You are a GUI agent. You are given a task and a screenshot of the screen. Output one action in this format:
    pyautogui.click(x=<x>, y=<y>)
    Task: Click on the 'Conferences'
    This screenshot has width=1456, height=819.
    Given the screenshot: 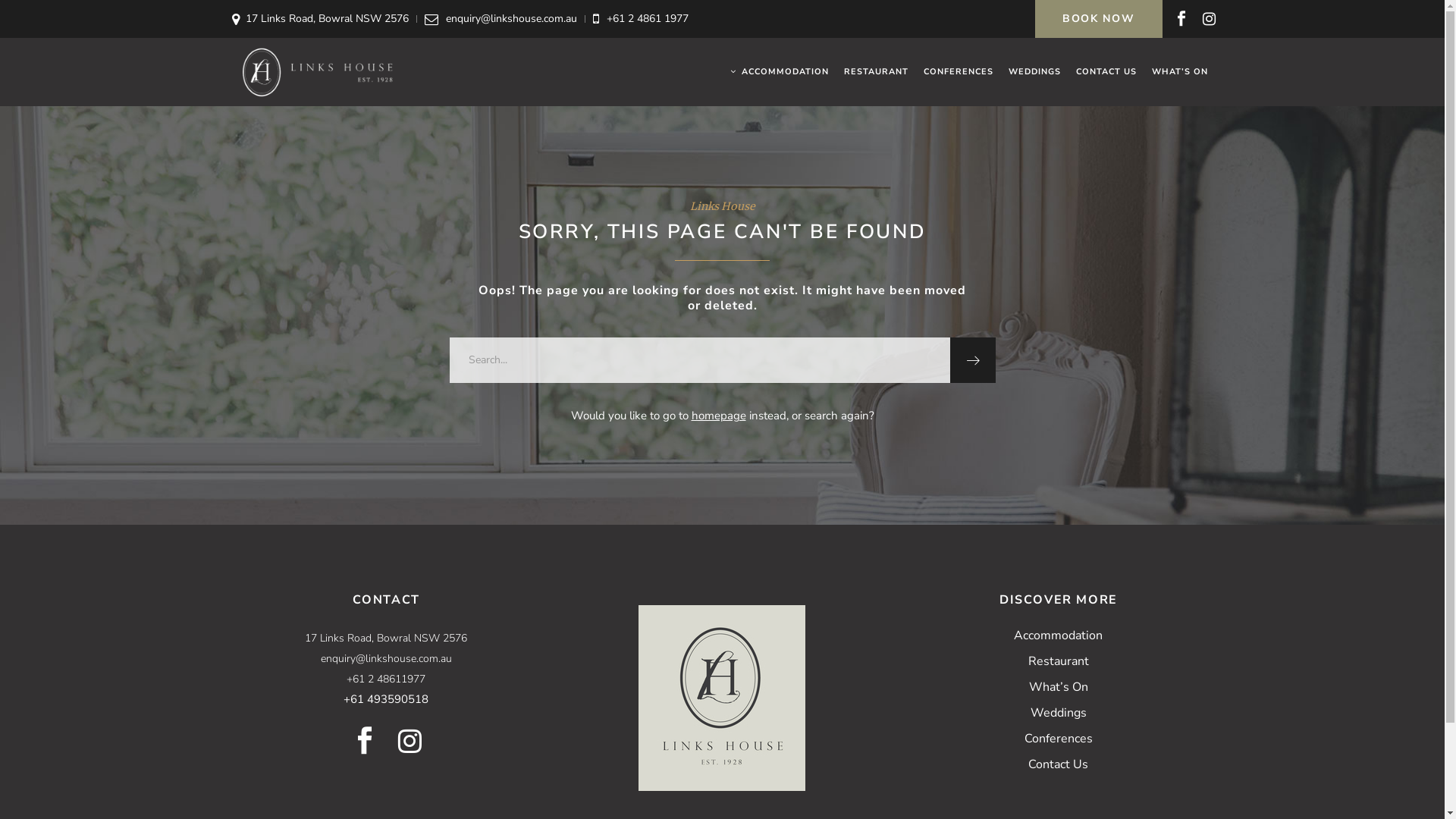 What is the action you would take?
    pyautogui.click(x=1058, y=738)
    